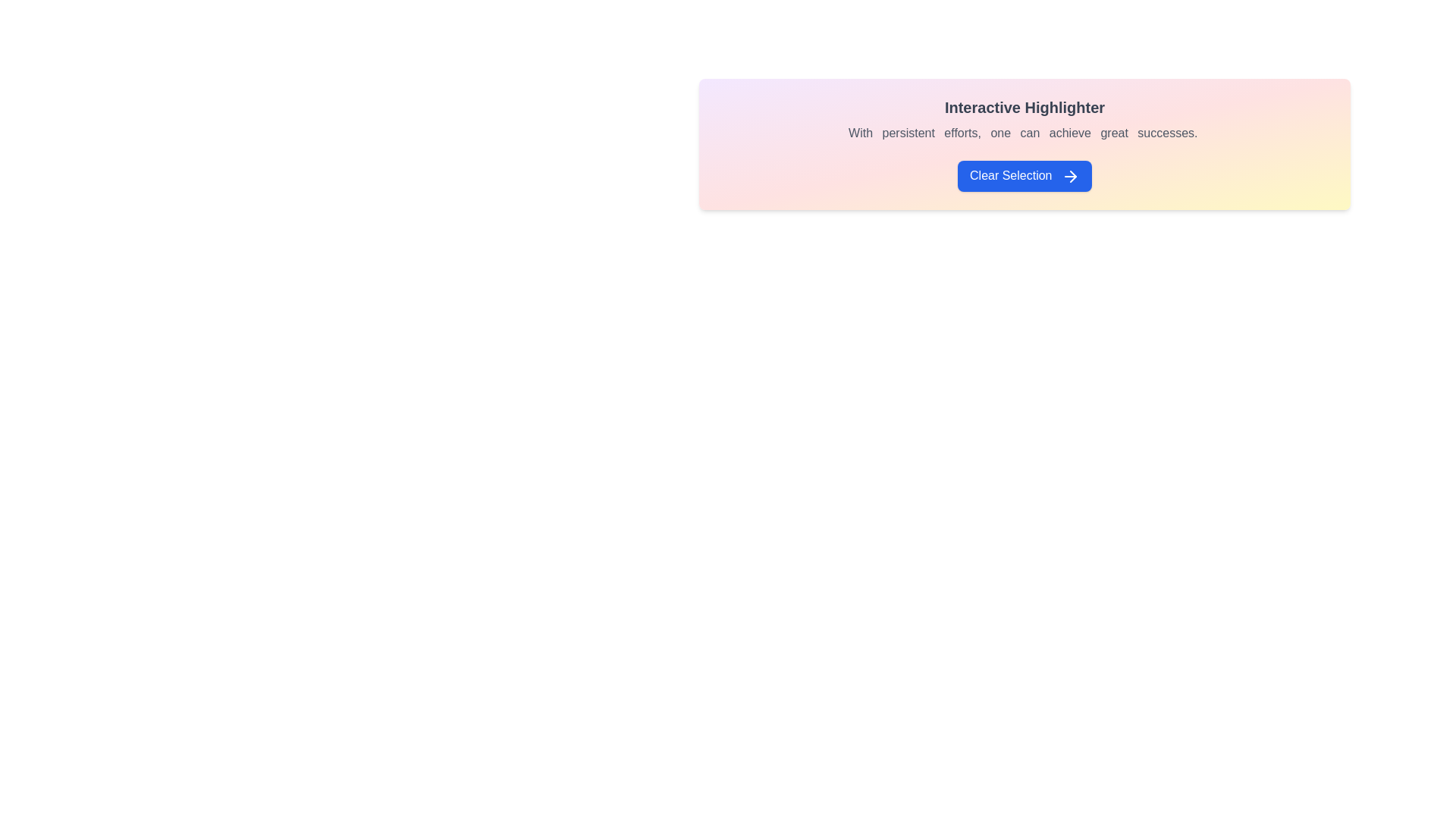 The image size is (1456, 819). Describe the element at coordinates (1025, 175) in the screenshot. I see `the blue button labeled 'Clear Selection'` at that location.